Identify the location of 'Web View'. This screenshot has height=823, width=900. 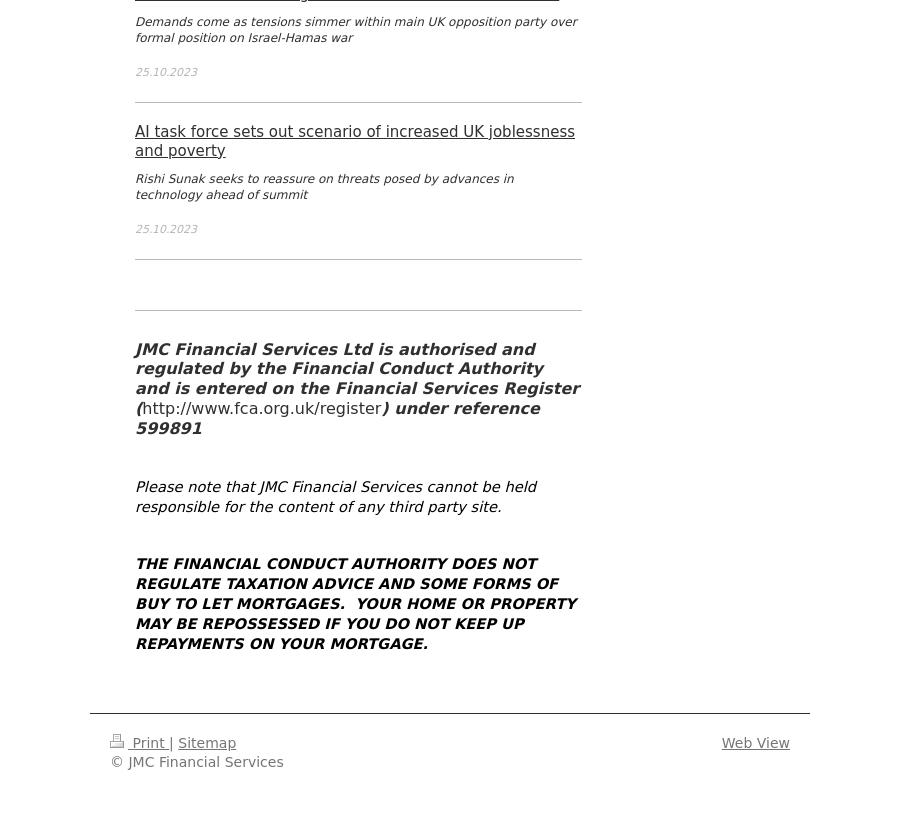
(754, 742).